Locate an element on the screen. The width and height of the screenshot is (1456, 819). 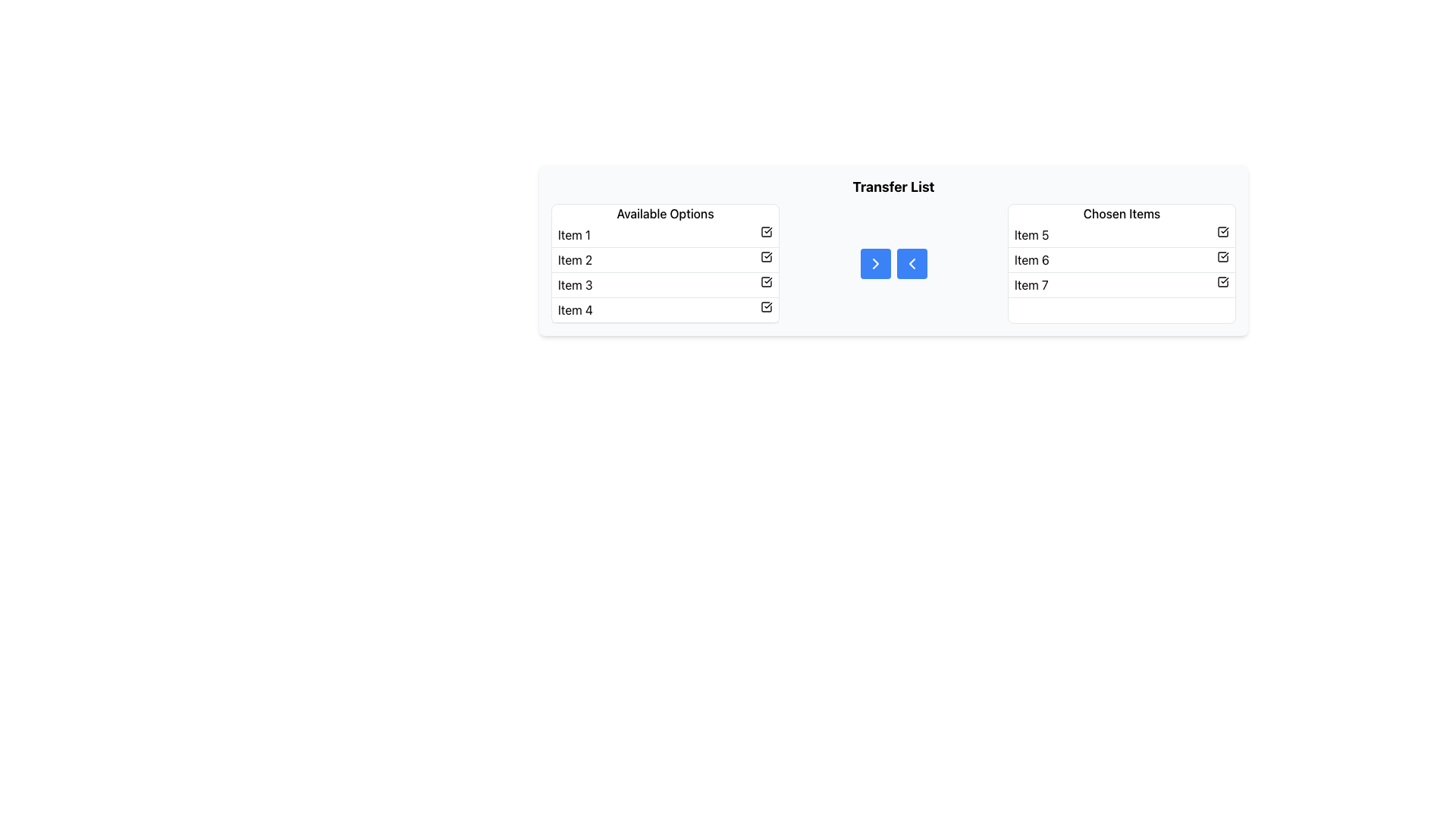
the transfer button located at the center of the interface, positioned to the right of the left navigation button and above the label 'Transfer List', to initiate the transfer action is located at coordinates (911, 262).